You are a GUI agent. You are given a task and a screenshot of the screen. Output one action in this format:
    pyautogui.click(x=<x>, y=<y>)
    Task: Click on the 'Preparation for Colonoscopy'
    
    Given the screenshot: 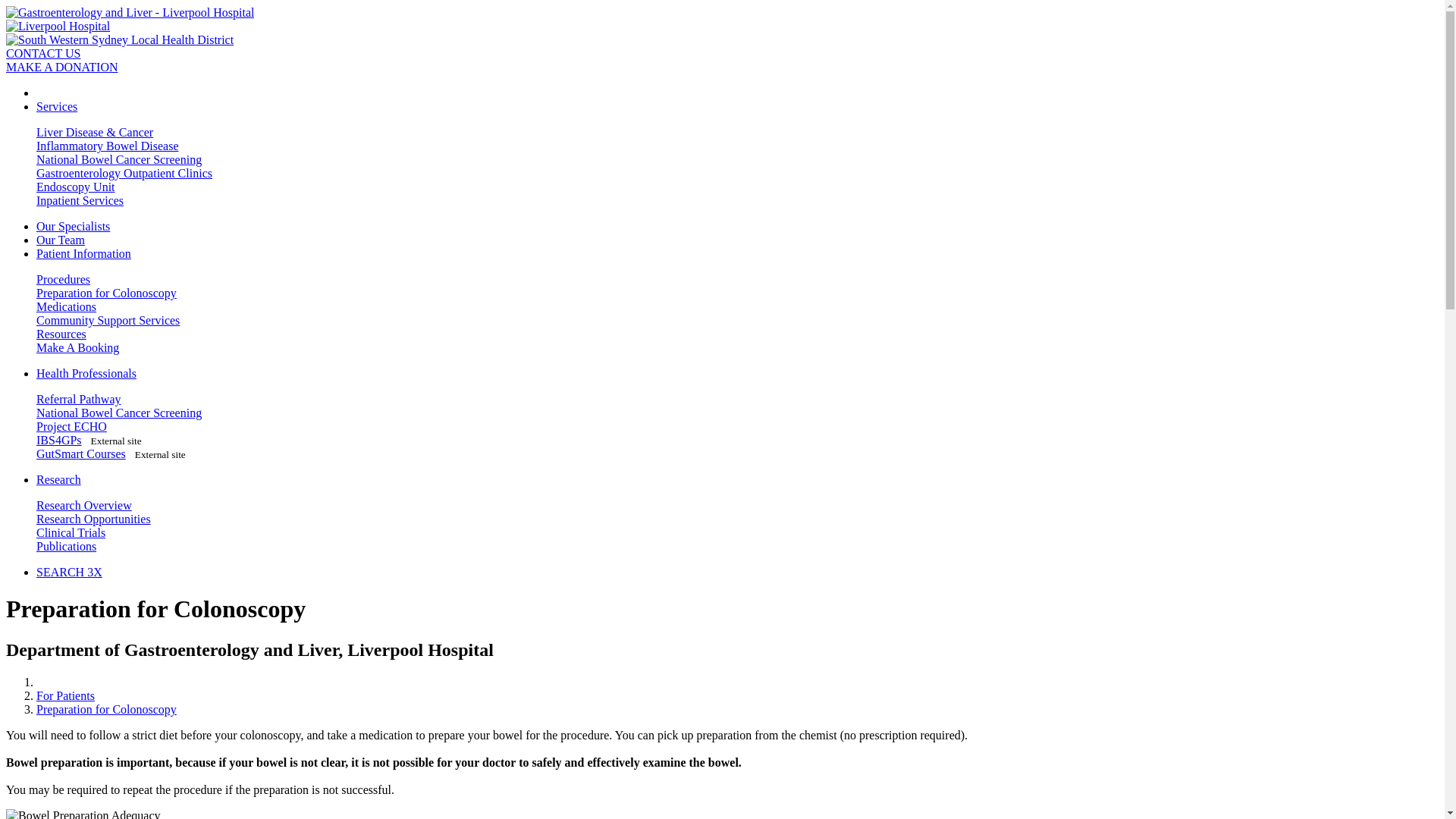 What is the action you would take?
    pyautogui.click(x=105, y=293)
    